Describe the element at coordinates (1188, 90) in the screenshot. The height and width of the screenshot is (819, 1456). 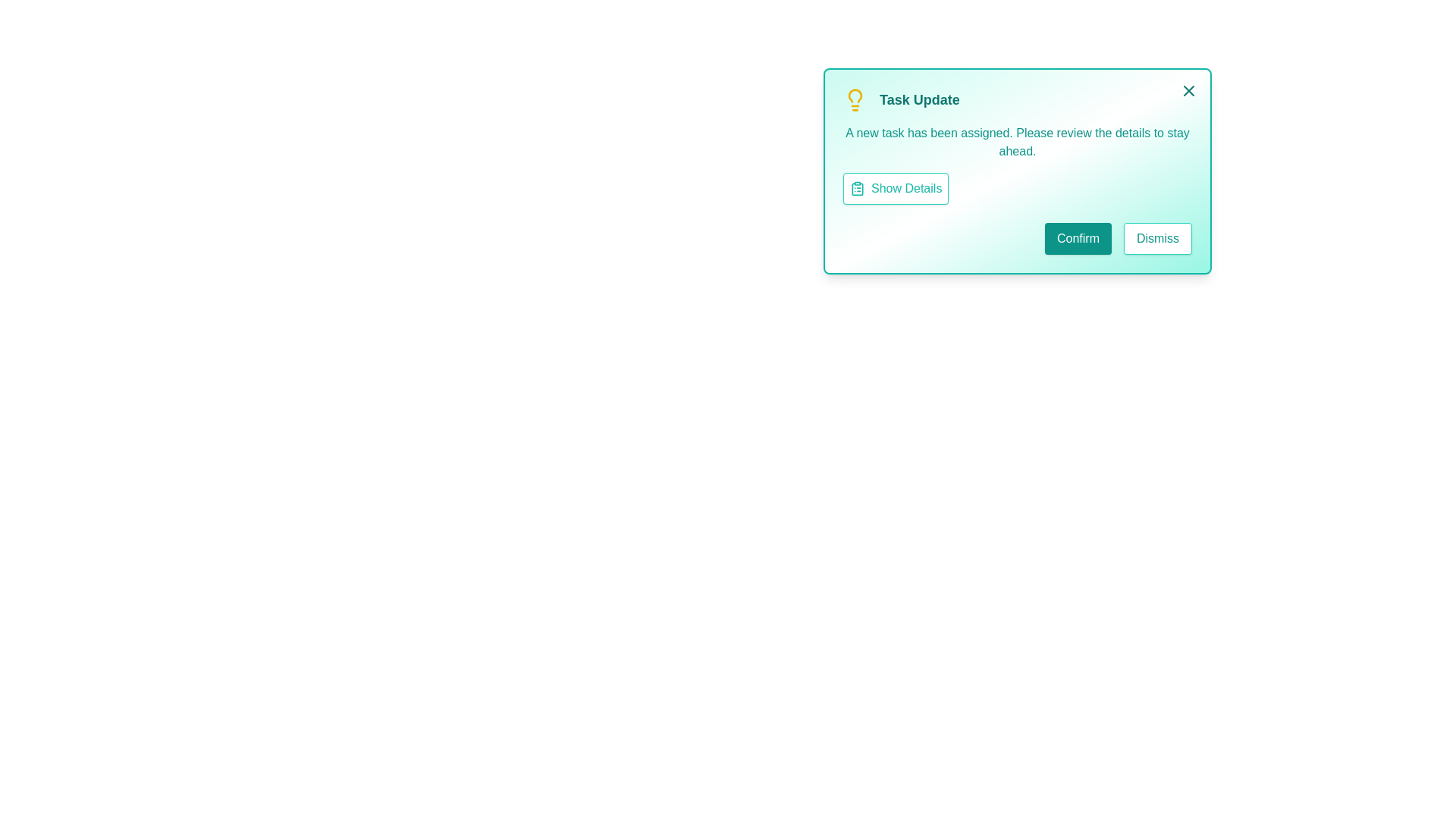
I see `close icon at the top-right corner of the notification alert` at that location.